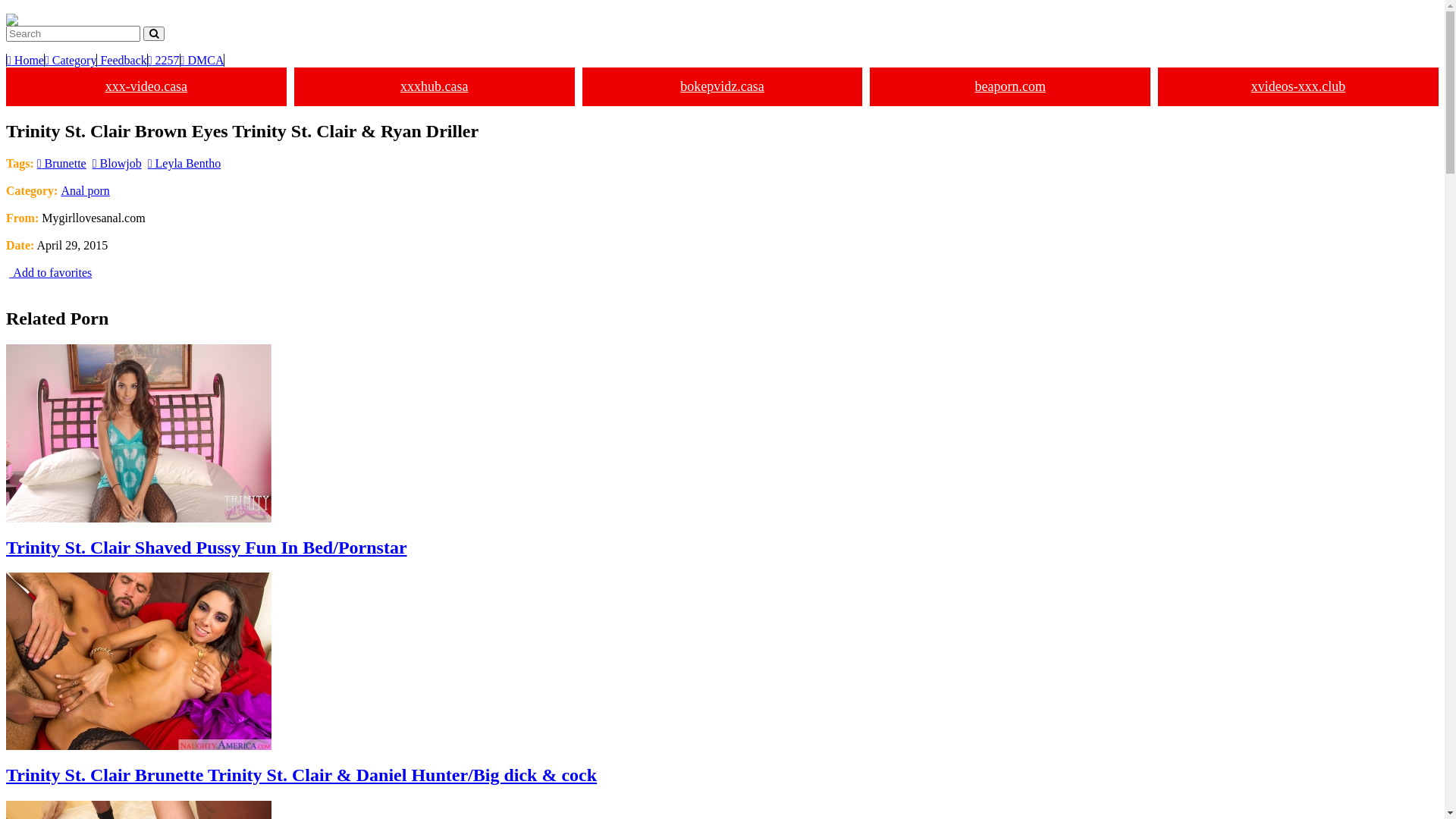 This screenshot has width=1456, height=819. Describe the element at coordinates (164, 59) in the screenshot. I see `'2257'` at that location.